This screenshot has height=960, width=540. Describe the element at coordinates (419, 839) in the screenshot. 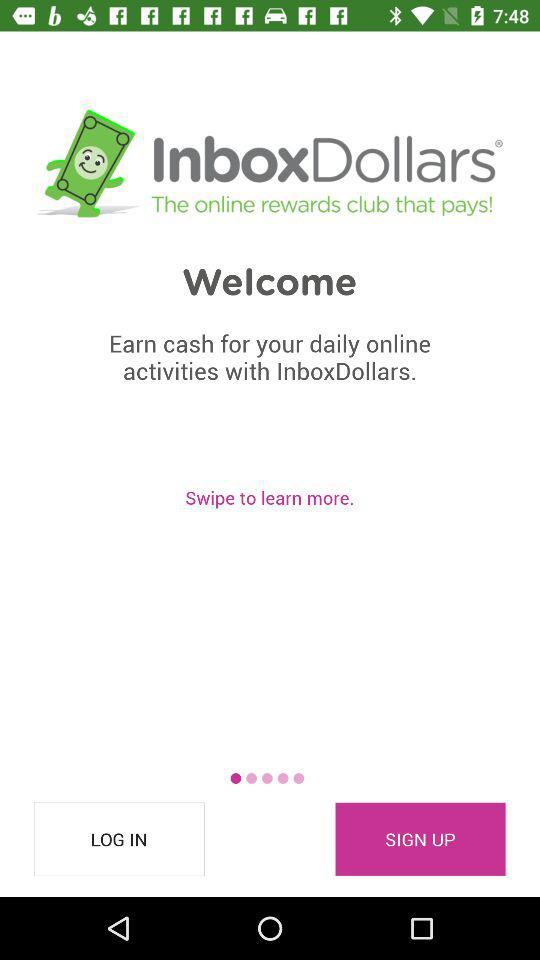

I see `sign up item` at that location.